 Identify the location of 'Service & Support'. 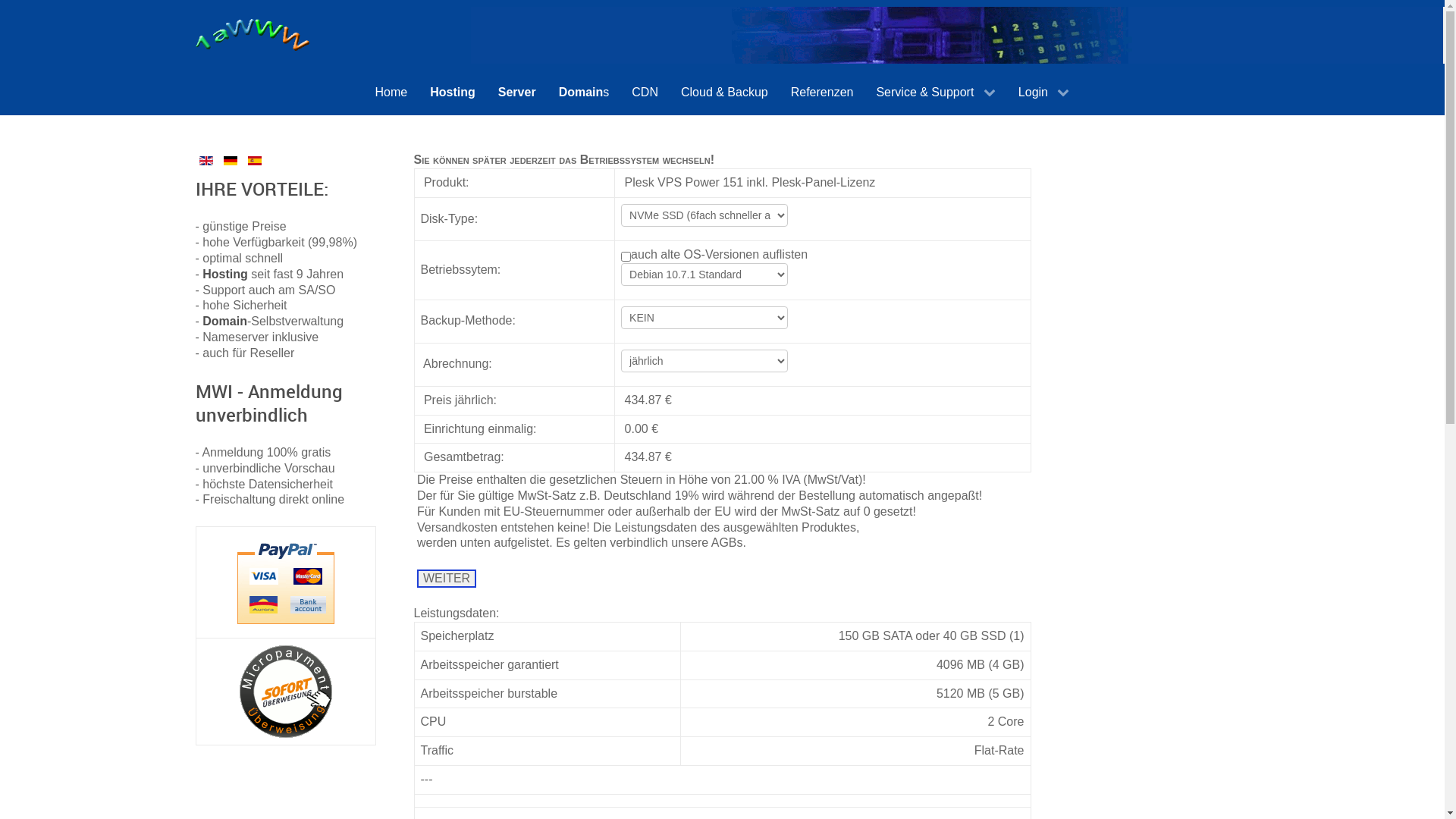
(864, 93).